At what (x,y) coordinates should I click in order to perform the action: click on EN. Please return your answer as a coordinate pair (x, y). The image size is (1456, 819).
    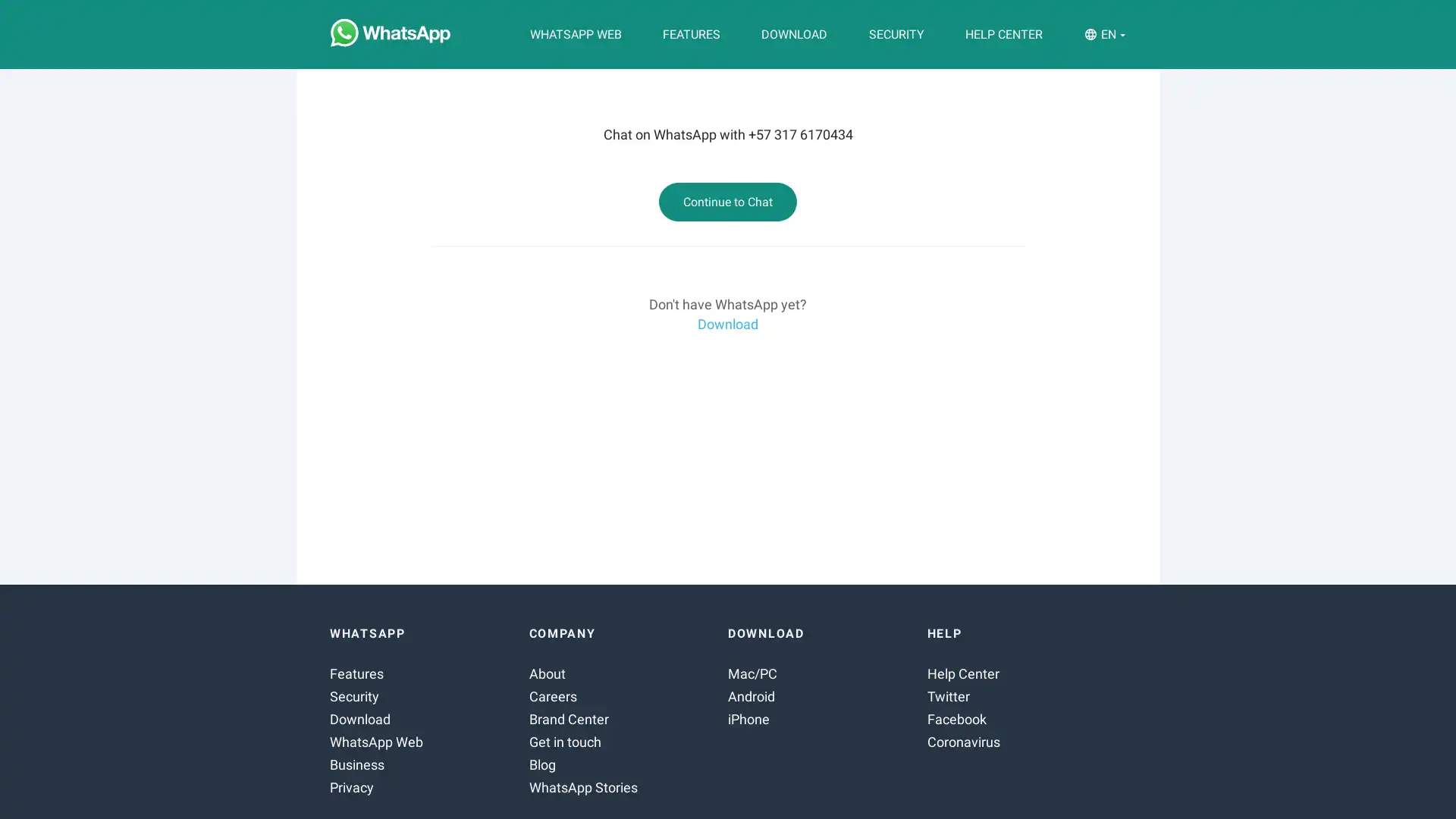
    Looking at the image, I should click on (1105, 34).